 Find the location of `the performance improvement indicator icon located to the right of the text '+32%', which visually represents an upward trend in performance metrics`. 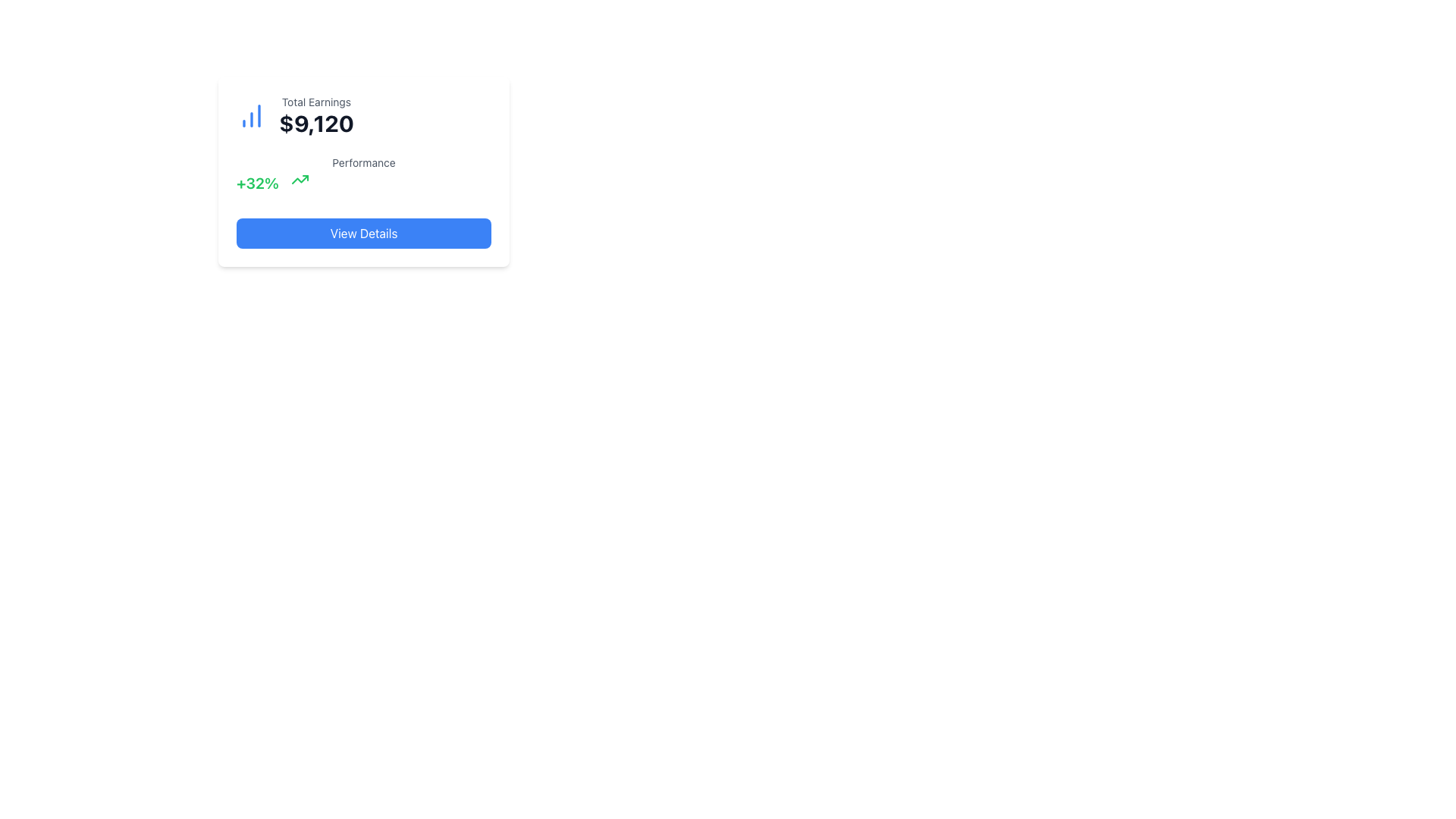

the performance improvement indicator icon located to the right of the text '+32%', which visually represents an upward trend in performance metrics is located at coordinates (300, 178).